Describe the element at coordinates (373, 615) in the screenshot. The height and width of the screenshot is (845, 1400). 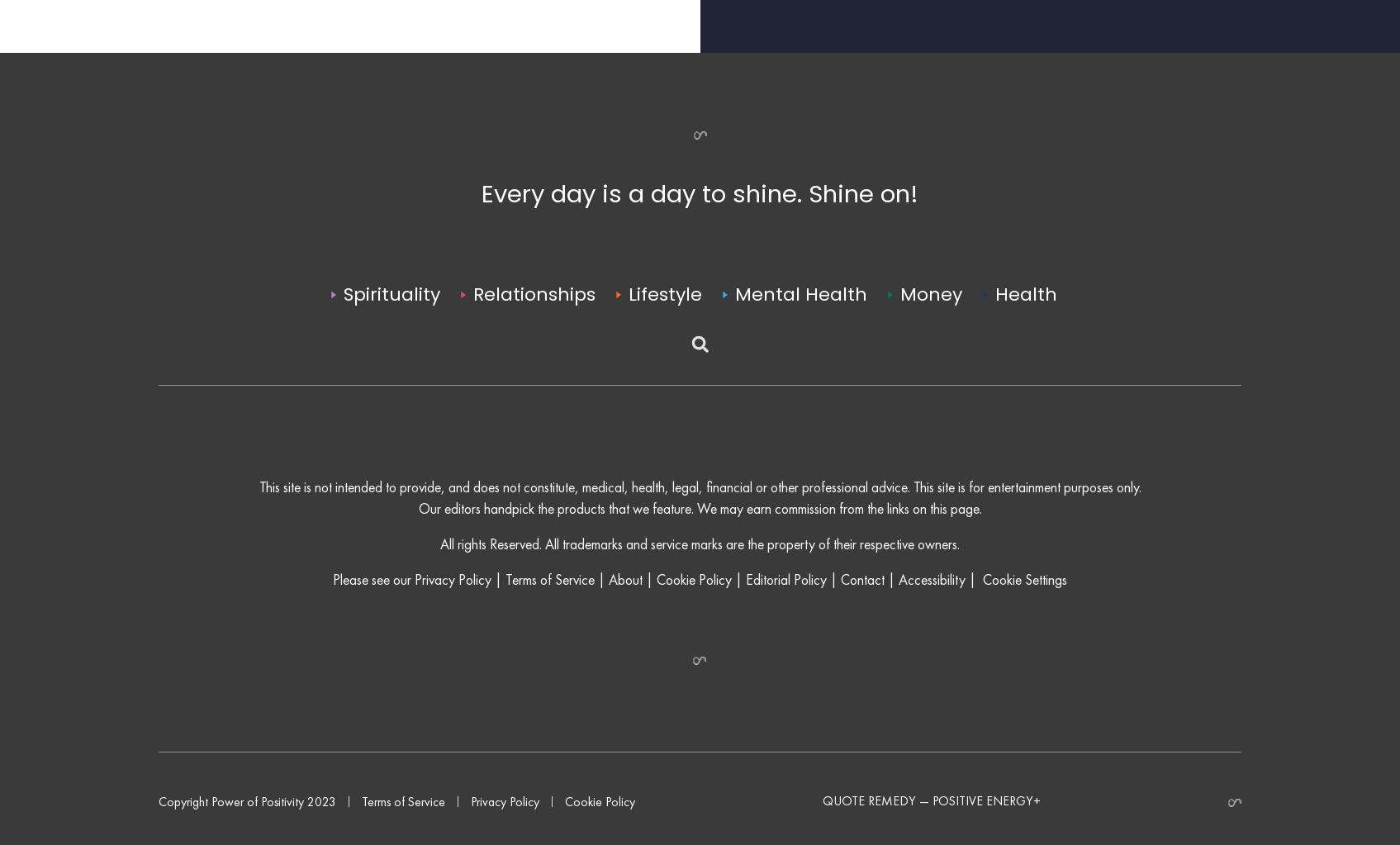
I see `'Please see our'` at that location.